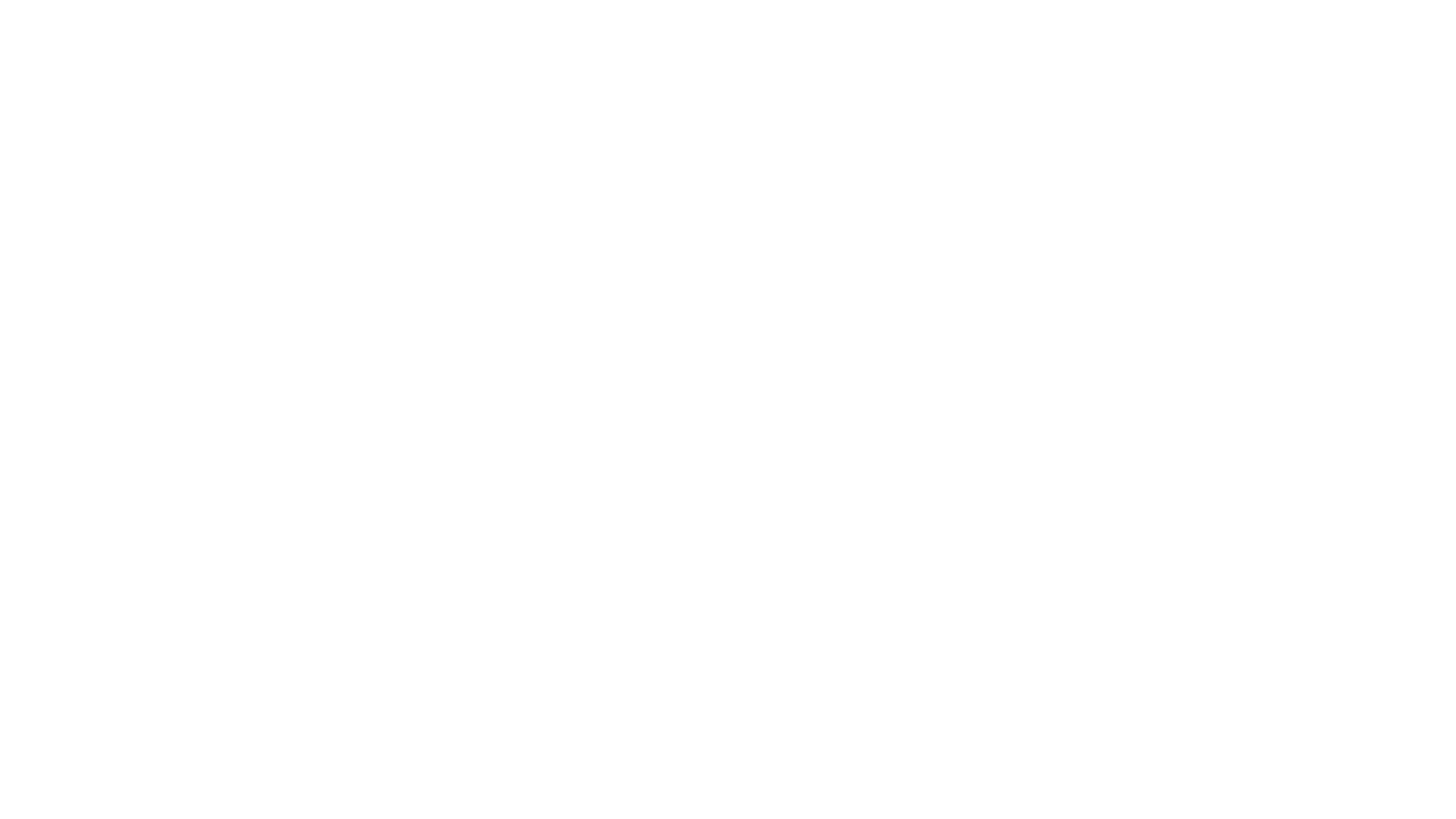  Describe the element at coordinates (52, 17) in the screenshot. I see `divRIOTS` at that location.